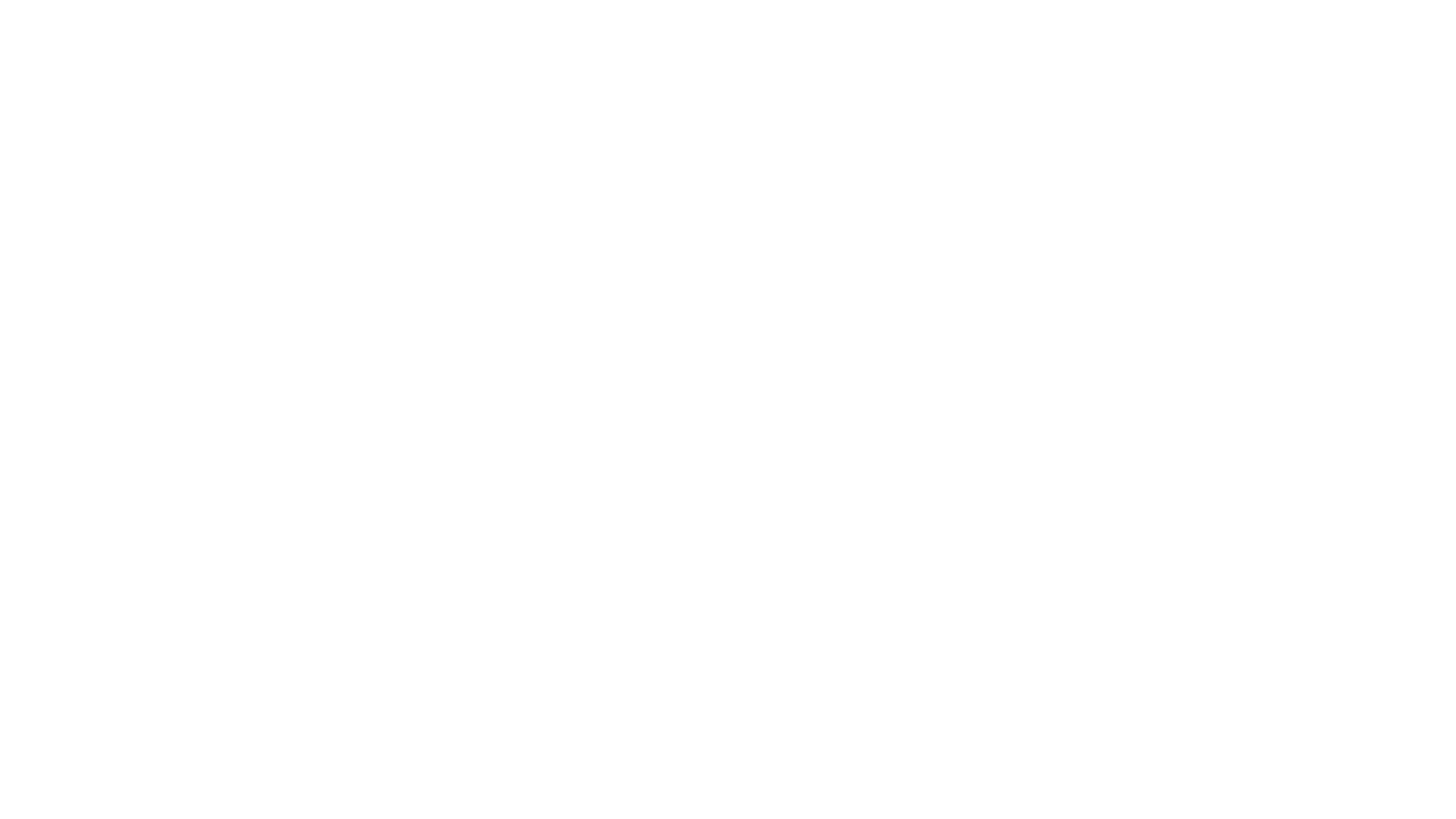  Describe the element at coordinates (52, 17) in the screenshot. I see `divRIOTS` at that location.